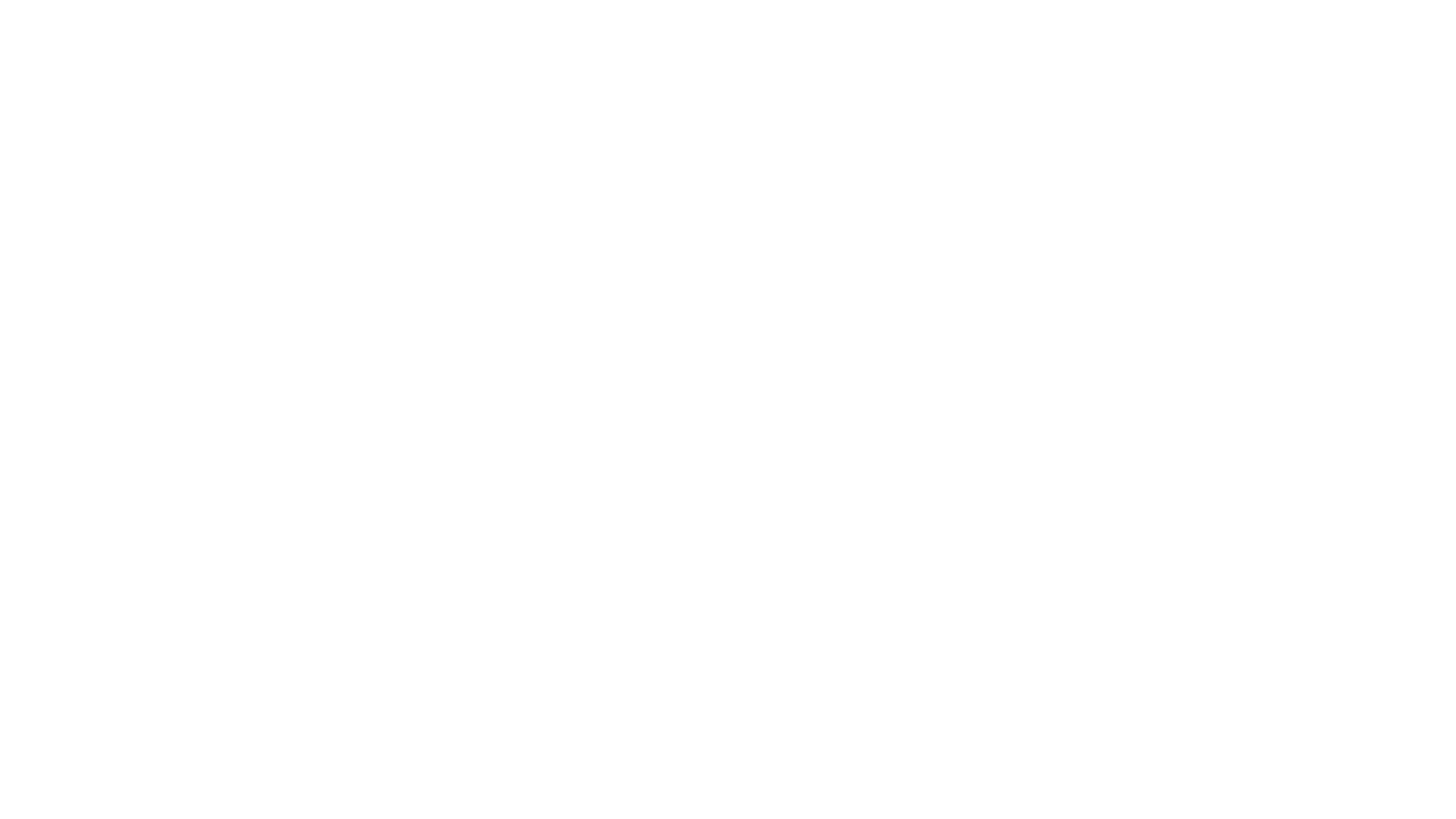  Describe the element at coordinates (52, 17) in the screenshot. I see `divRIOTS` at that location.